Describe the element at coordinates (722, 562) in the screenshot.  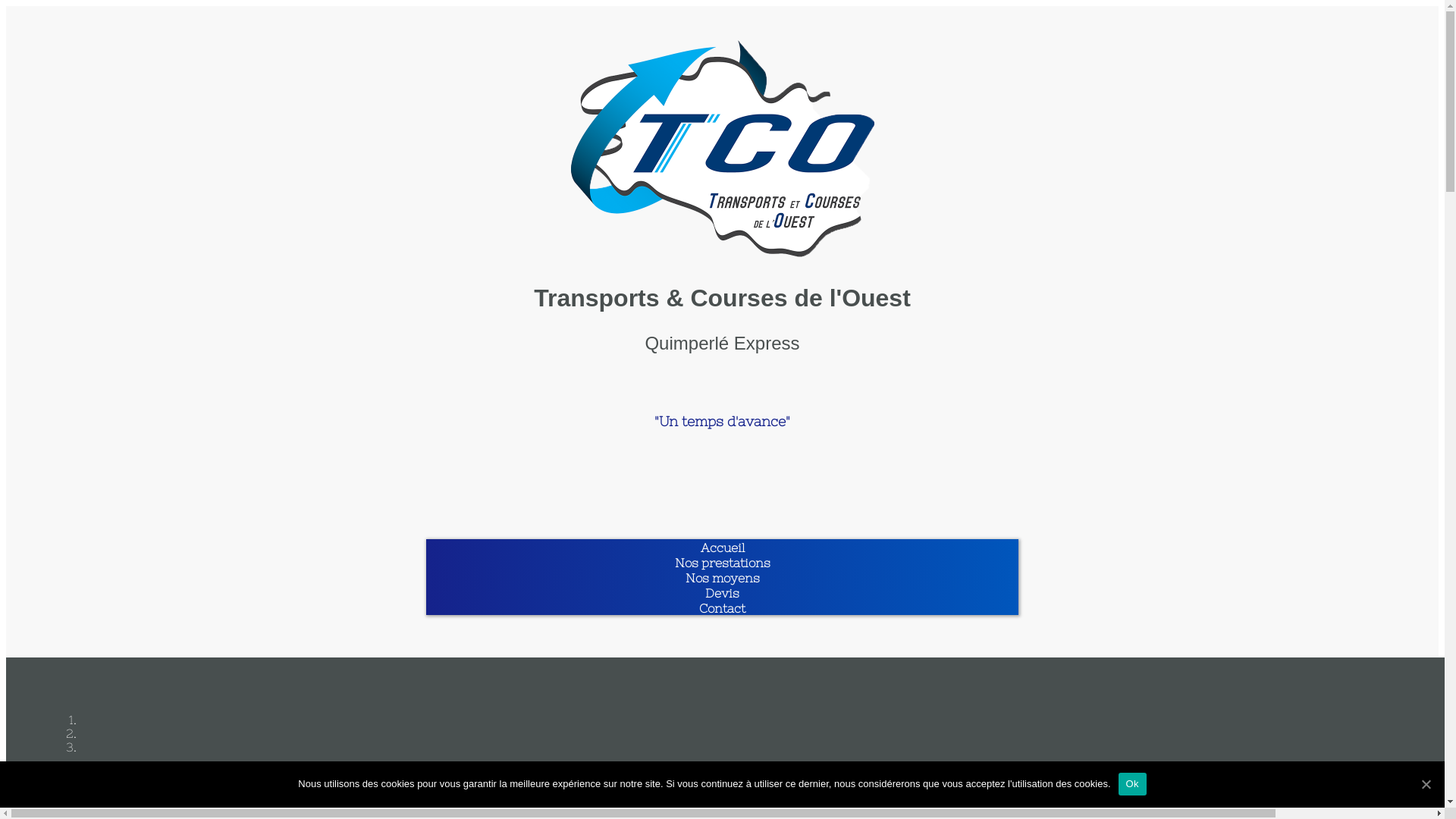
I see `'Nos prestations'` at that location.